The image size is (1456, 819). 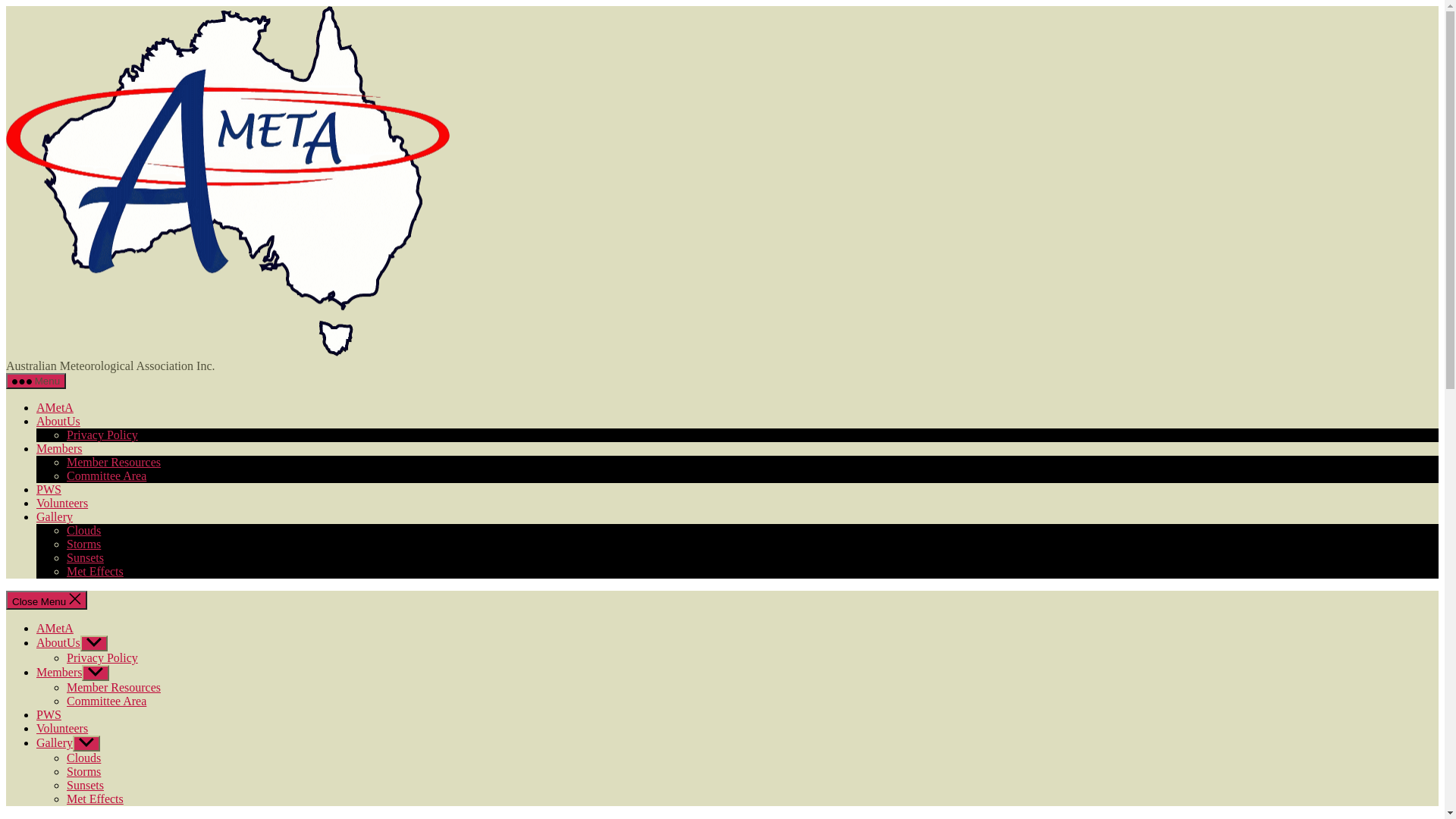 I want to click on 'Sunsets', so click(x=65, y=785).